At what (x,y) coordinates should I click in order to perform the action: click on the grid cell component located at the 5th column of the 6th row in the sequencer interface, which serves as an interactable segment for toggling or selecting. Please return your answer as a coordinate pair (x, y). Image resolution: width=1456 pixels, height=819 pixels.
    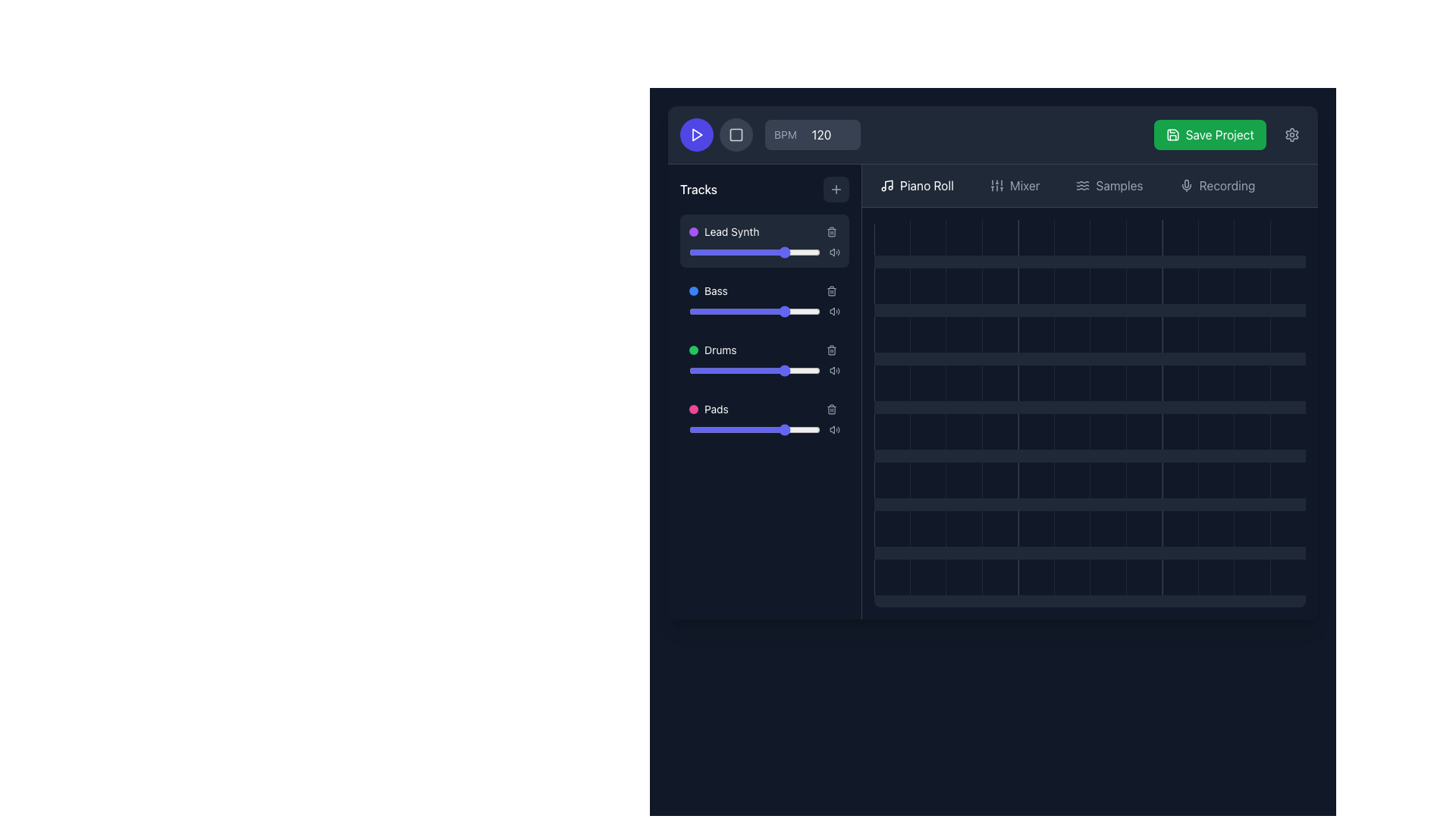
    Looking at the image, I should click on (999, 480).